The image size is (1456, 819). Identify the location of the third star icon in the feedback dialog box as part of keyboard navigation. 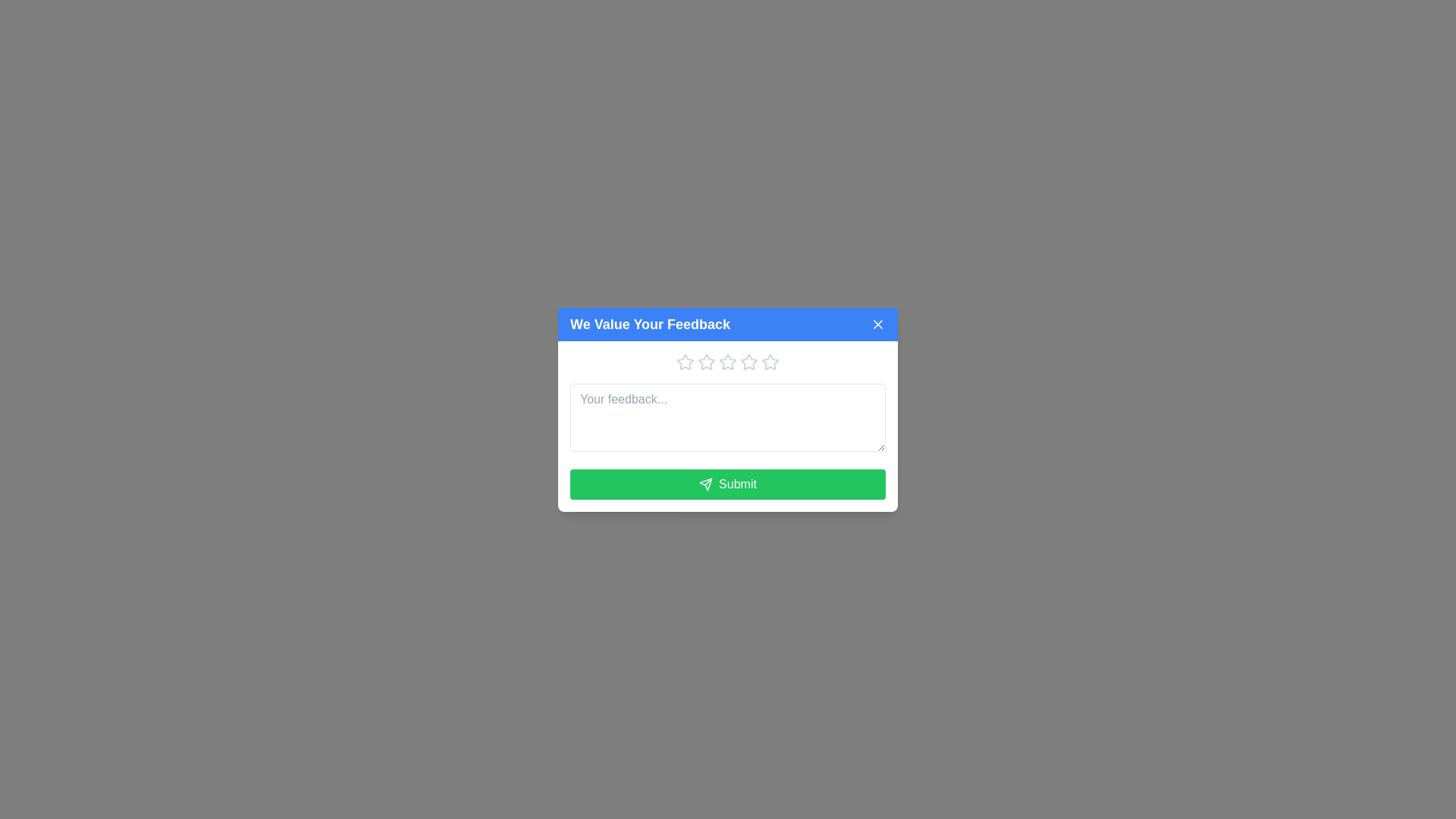
(728, 362).